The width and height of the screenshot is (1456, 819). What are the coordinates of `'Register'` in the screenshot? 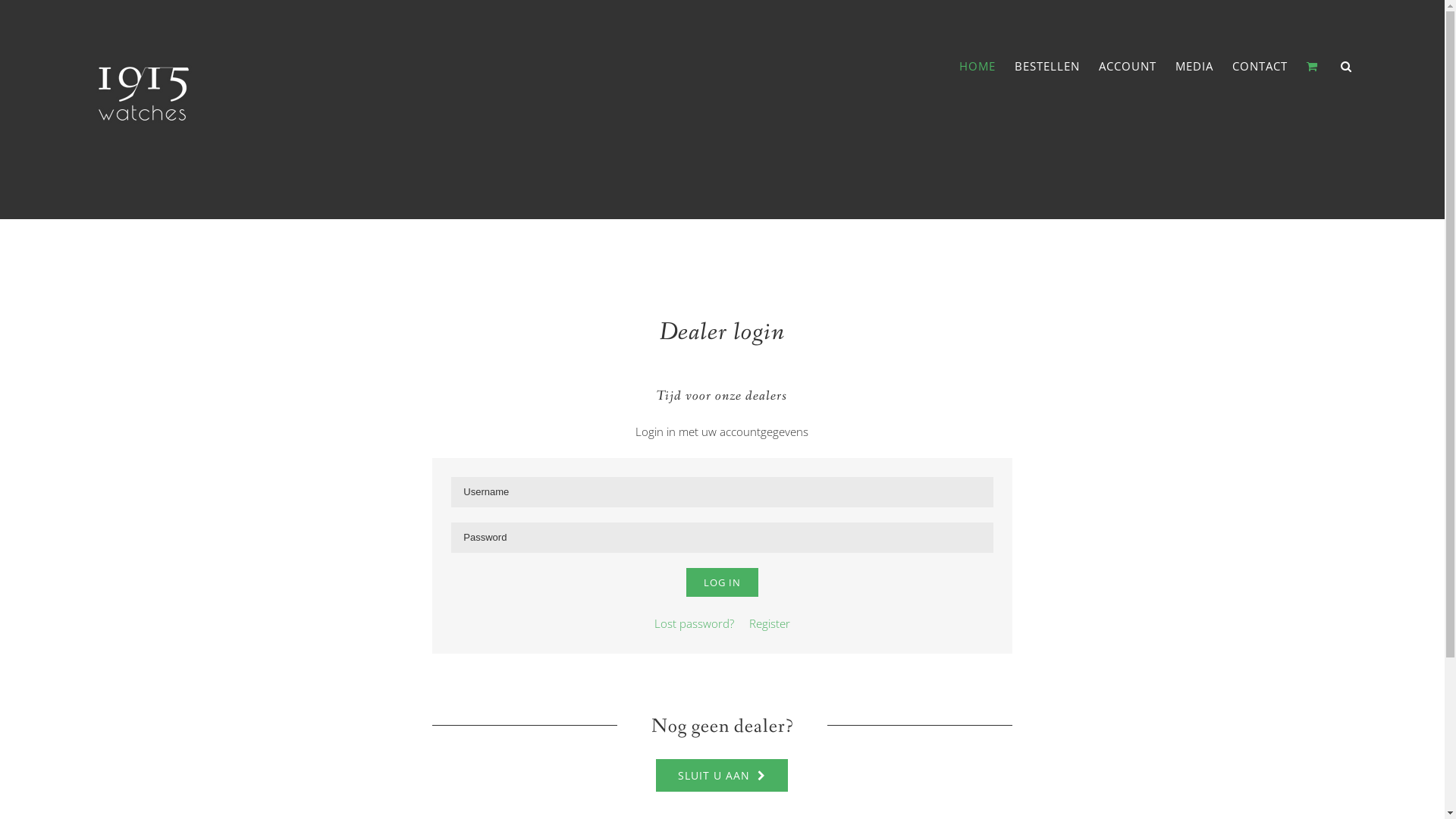 It's located at (742, 623).